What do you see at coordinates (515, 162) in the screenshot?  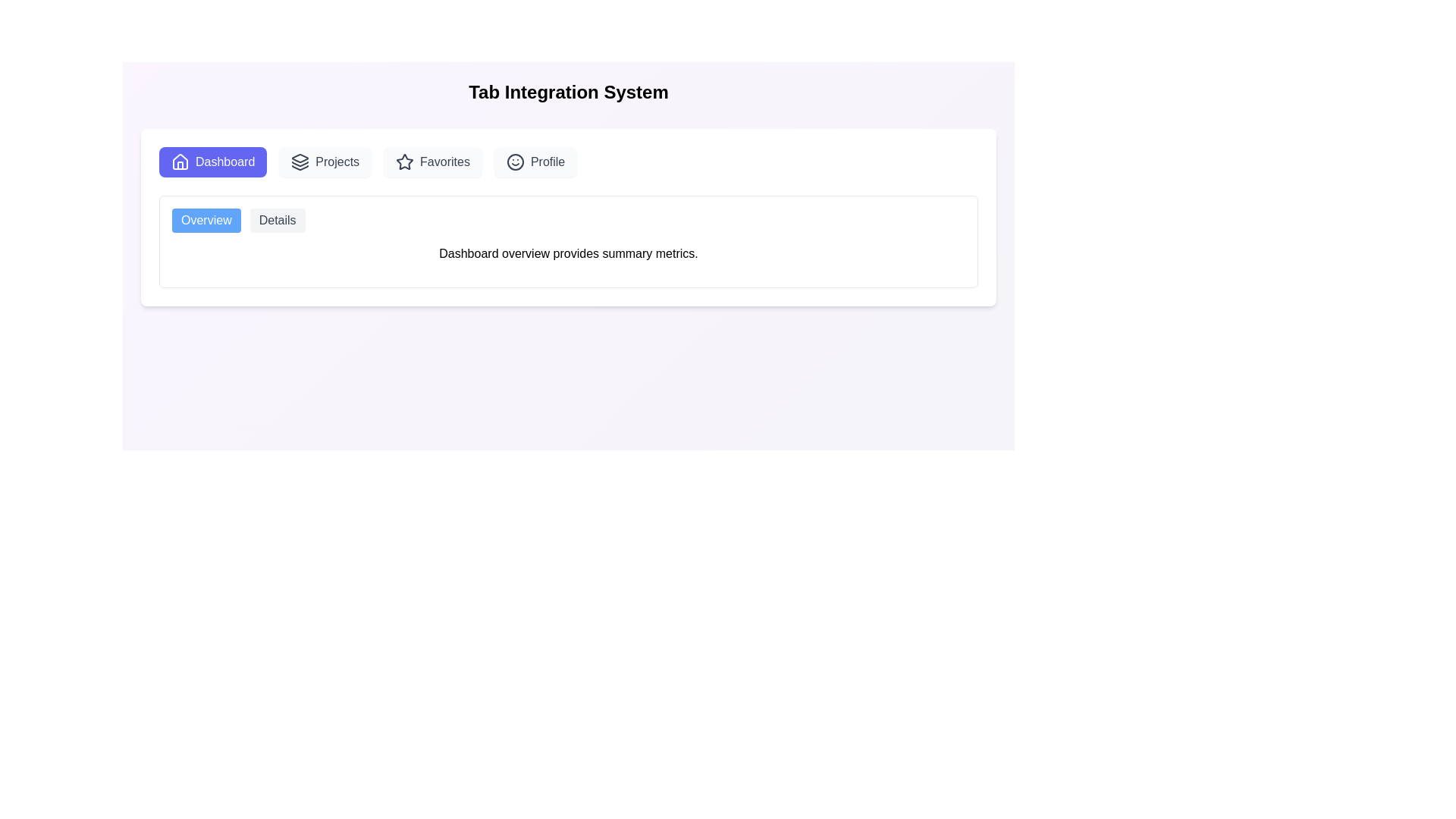 I see `the SVG circle element representing the 'Profile' label, located between the 'Favorites' tab and the textual label 'Profile' in the navigation bar` at bounding box center [515, 162].